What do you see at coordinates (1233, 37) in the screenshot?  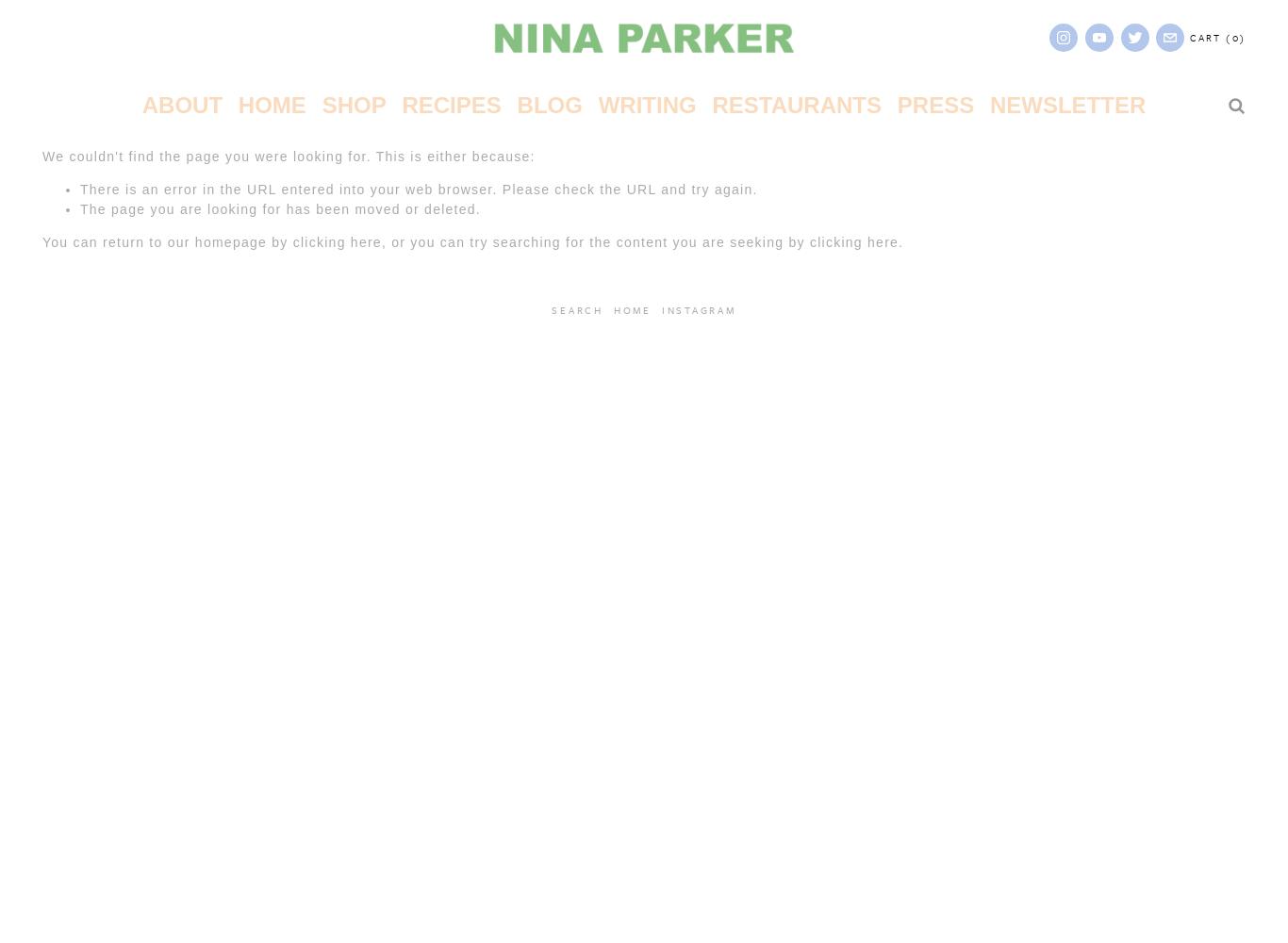 I see `'0'` at bounding box center [1233, 37].